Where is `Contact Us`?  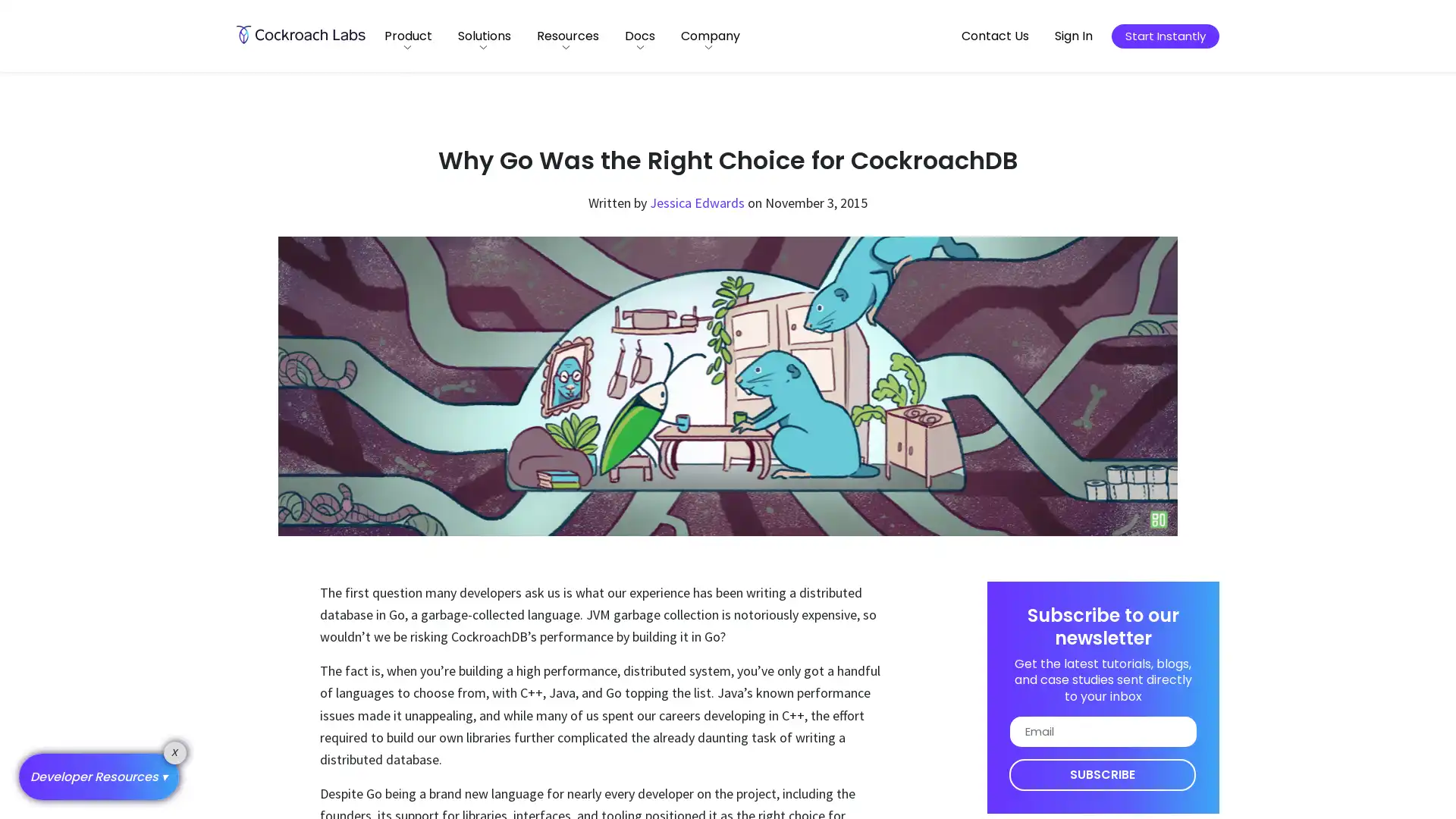 Contact Us is located at coordinates (995, 35).